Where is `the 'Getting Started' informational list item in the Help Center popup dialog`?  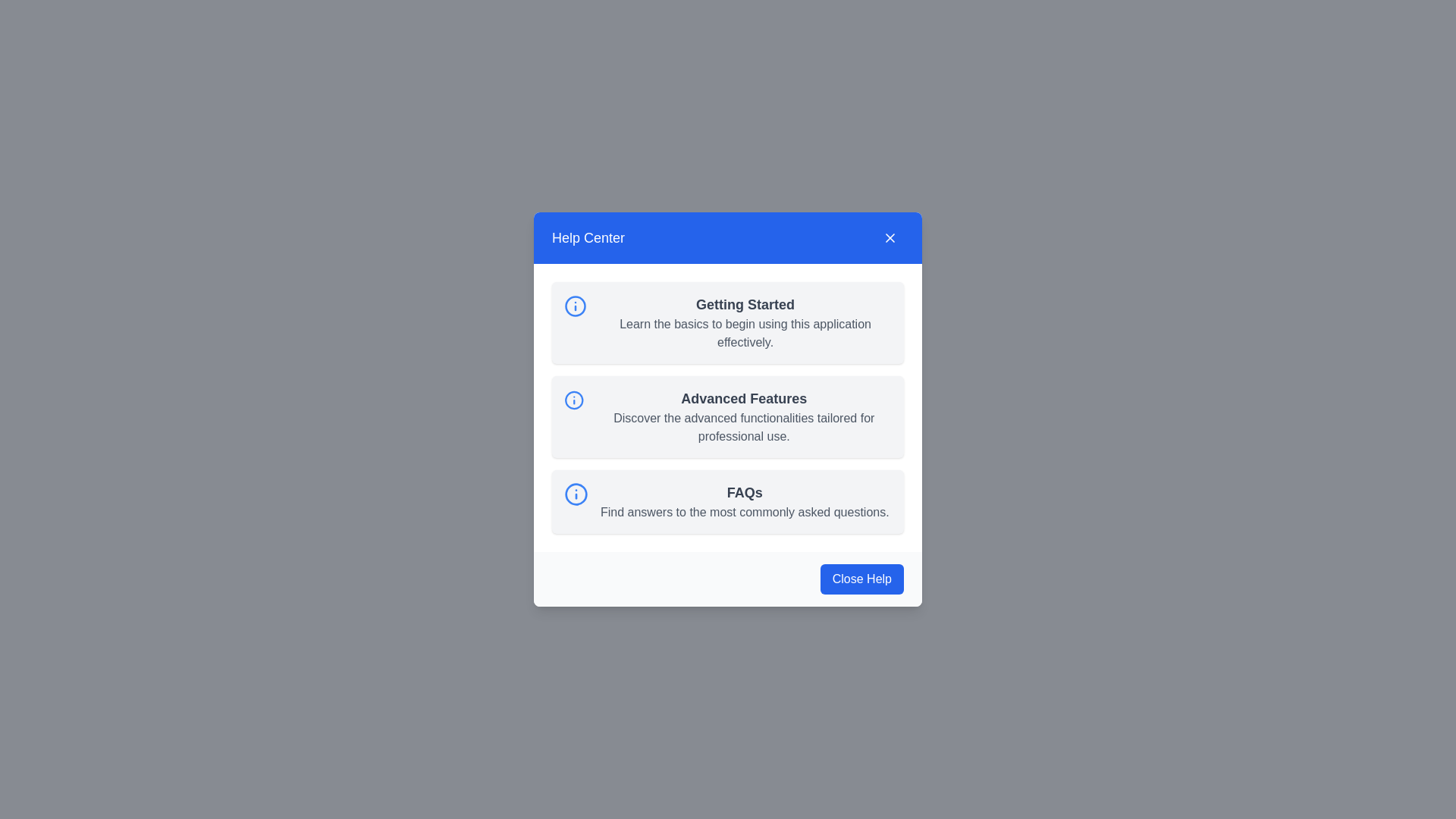 the 'Getting Started' informational list item in the Help Center popup dialog is located at coordinates (728, 322).